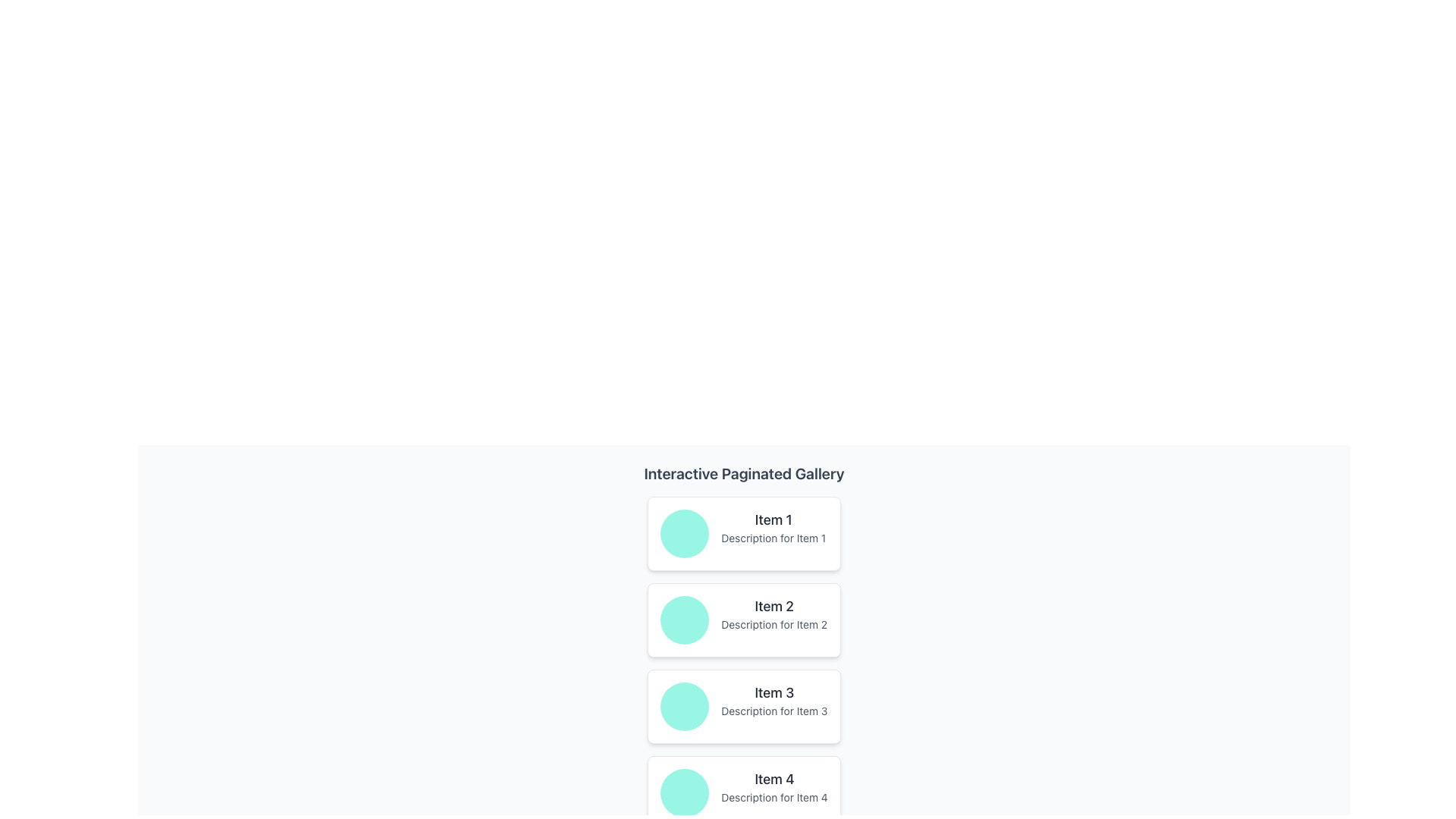 The width and height of the screenshot is (1456, 819). Describe the element at coordinates (773, 526) in the screenshot. I see `text element containing 'Item 1' and 'Description for Item 1', positioned centrally within the uppermost card in the list, to the right of a circular icon with a teal background` at that location.